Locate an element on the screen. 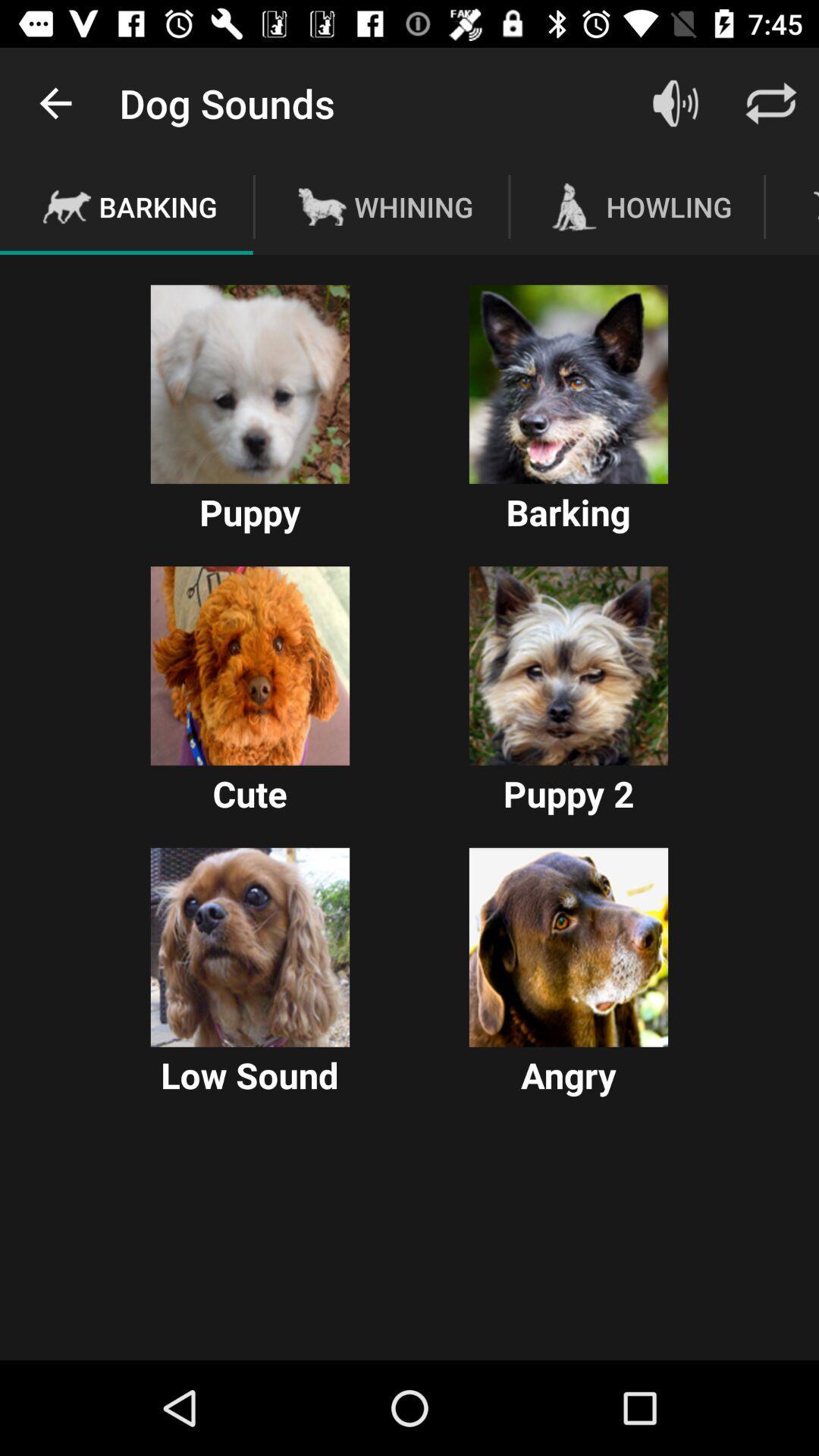 Image resolution: width=819 pixels, height=1456 pixels. angry dog icon is located at coordinates (568, 946).